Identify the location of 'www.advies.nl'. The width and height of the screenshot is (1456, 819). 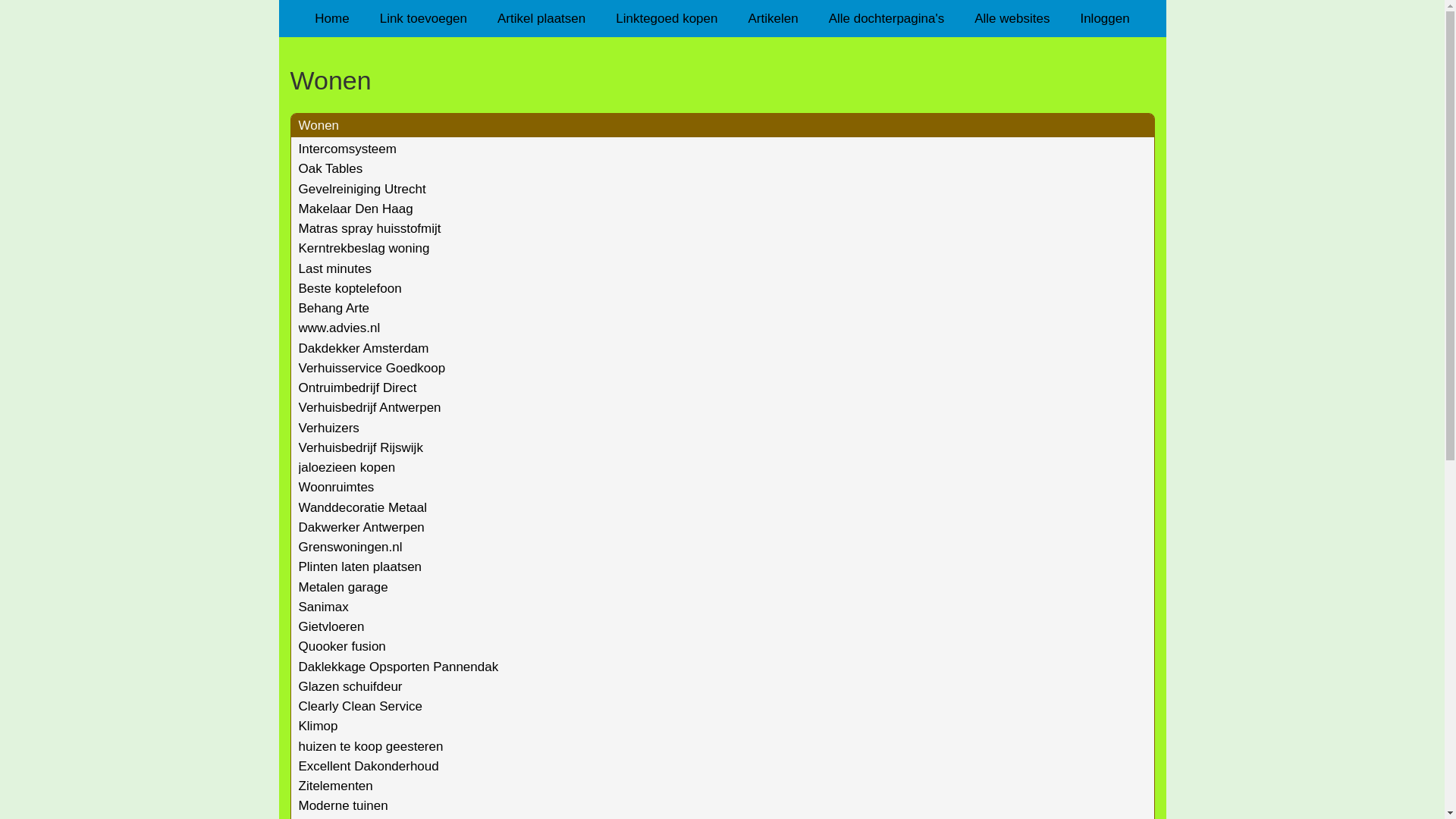
(338, 327).